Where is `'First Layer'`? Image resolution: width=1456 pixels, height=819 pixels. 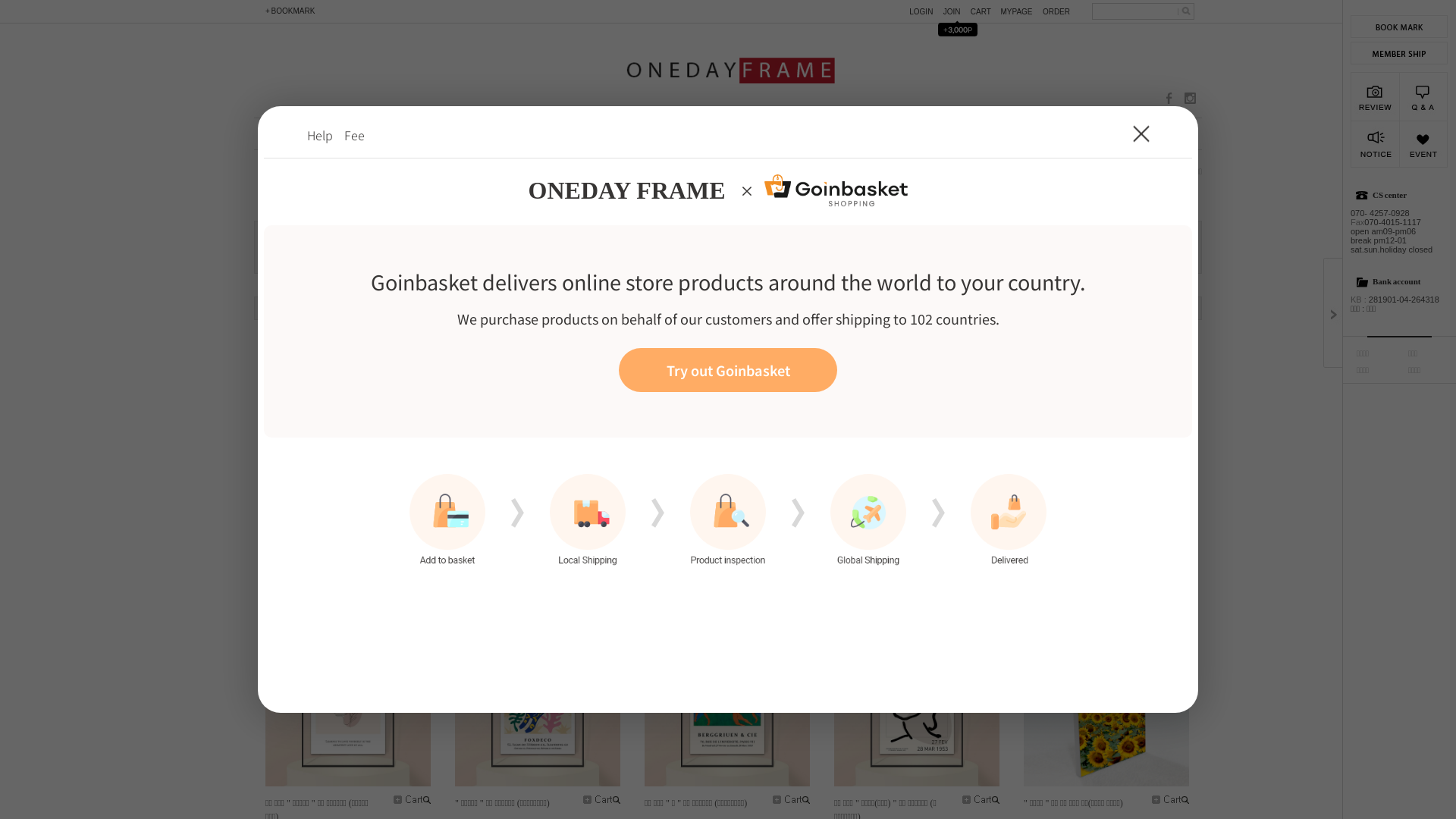 'First Layer' is located at coordinates (728, 409).